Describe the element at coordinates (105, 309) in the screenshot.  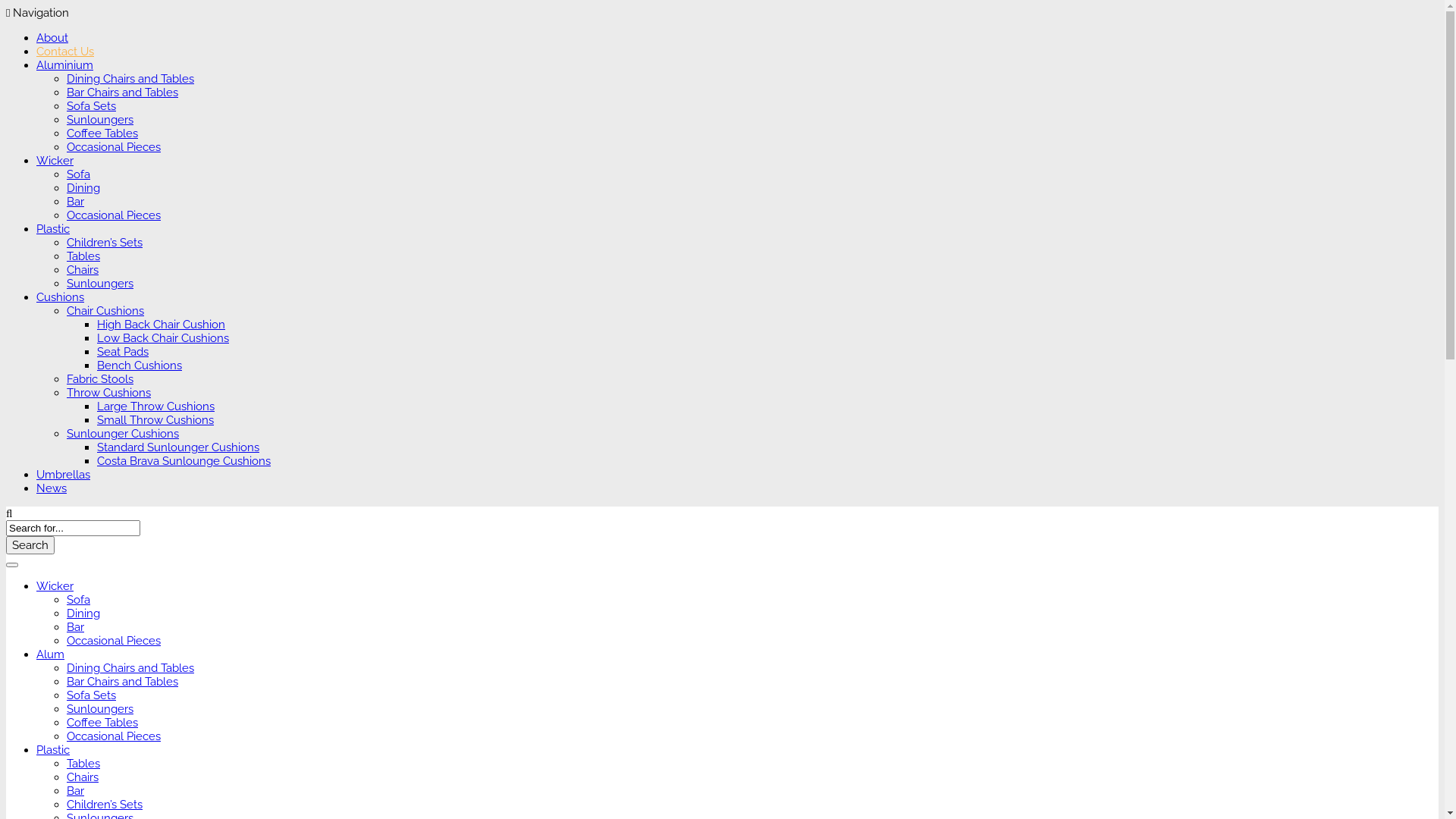
I see `'Chair Cushions'` at that location.